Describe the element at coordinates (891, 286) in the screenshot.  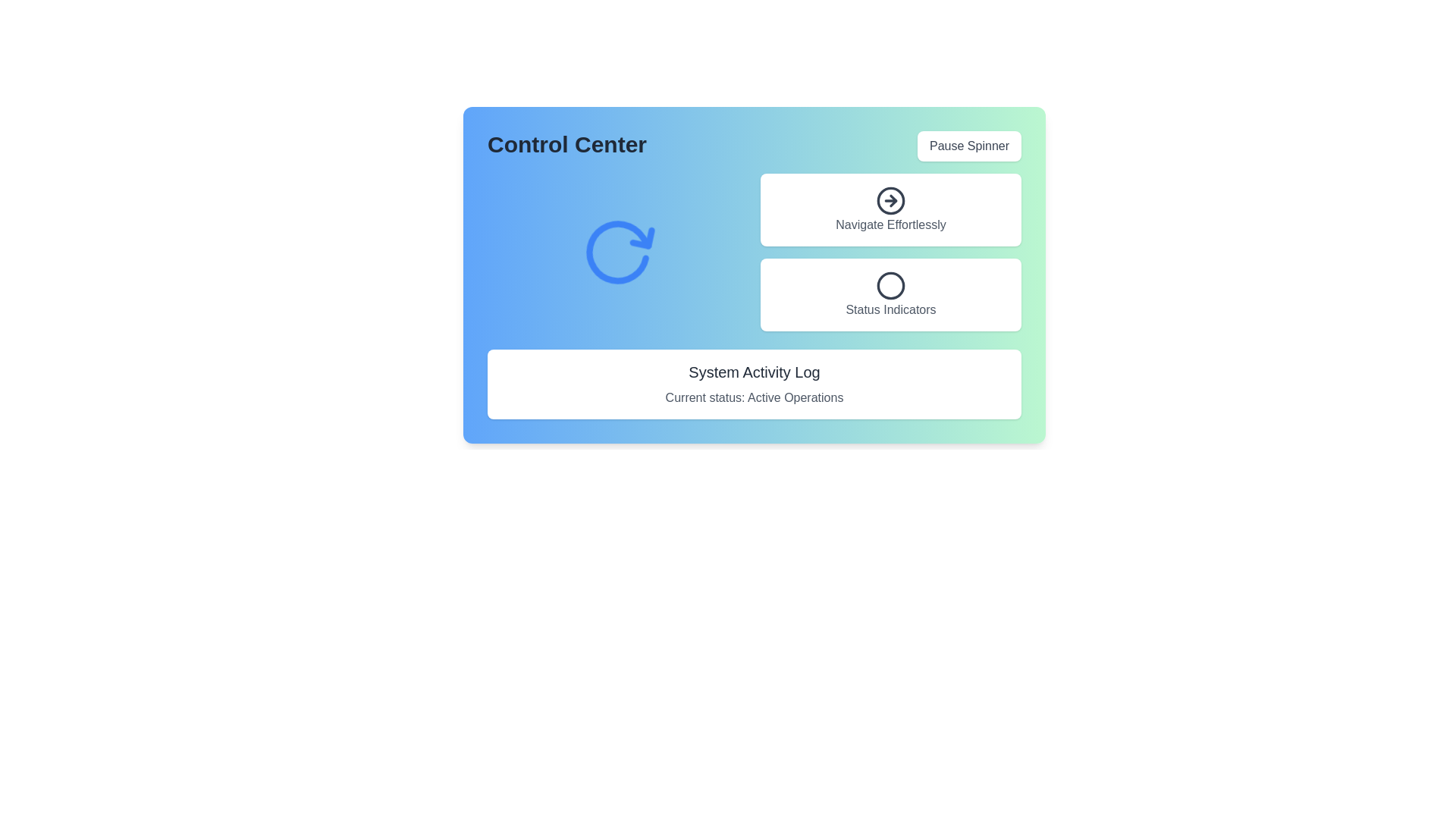
I see `the circular icon with a black outer border and white fill, located in the second rectangular card area labeled 'Status Indicators' on the right side of the interface` at that location.